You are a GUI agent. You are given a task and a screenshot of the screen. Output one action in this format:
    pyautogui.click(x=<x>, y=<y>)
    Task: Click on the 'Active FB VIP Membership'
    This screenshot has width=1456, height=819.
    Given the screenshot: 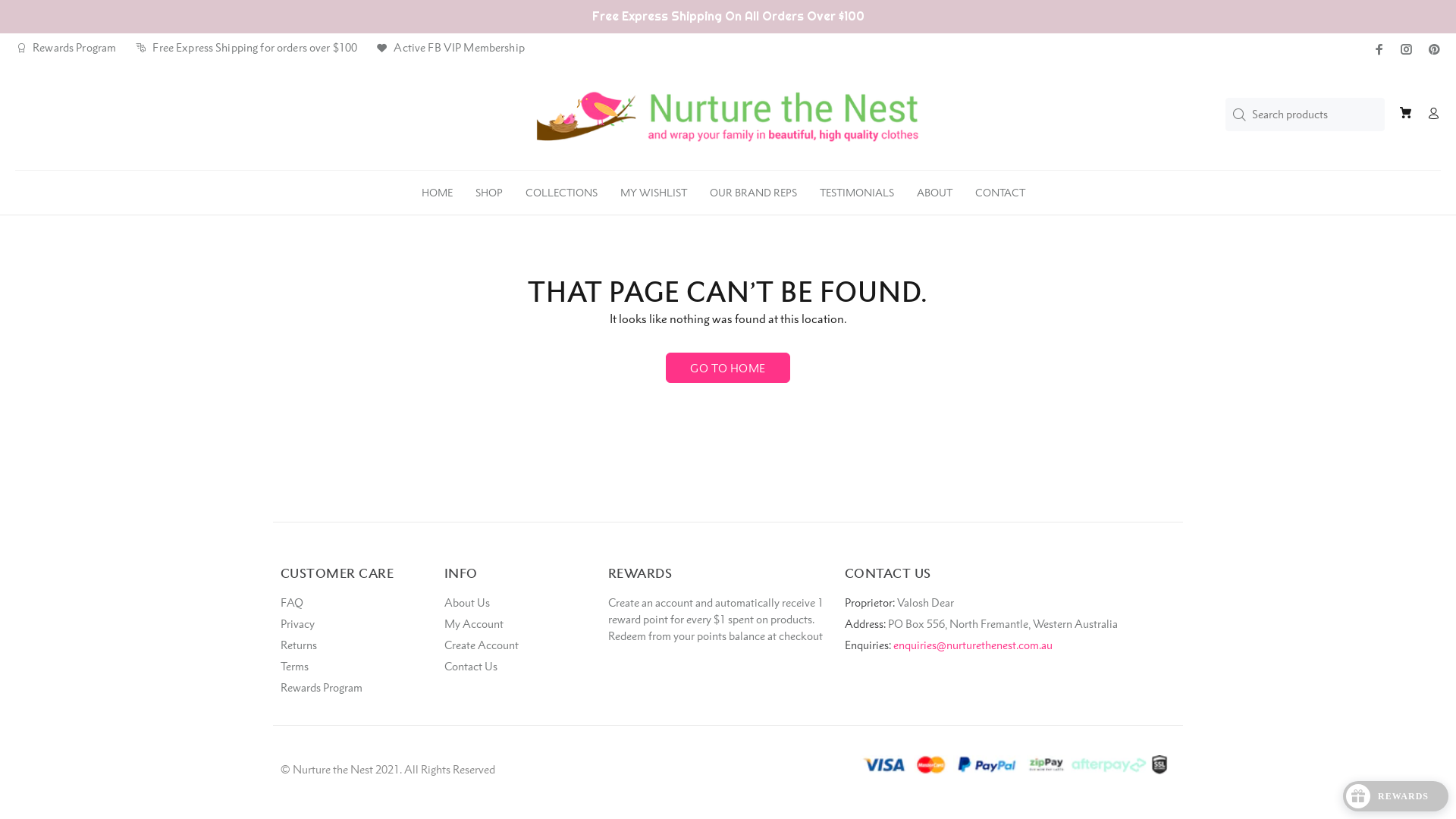 What is the action you would take?
    pyautogui.click(x=450, y=46)
    